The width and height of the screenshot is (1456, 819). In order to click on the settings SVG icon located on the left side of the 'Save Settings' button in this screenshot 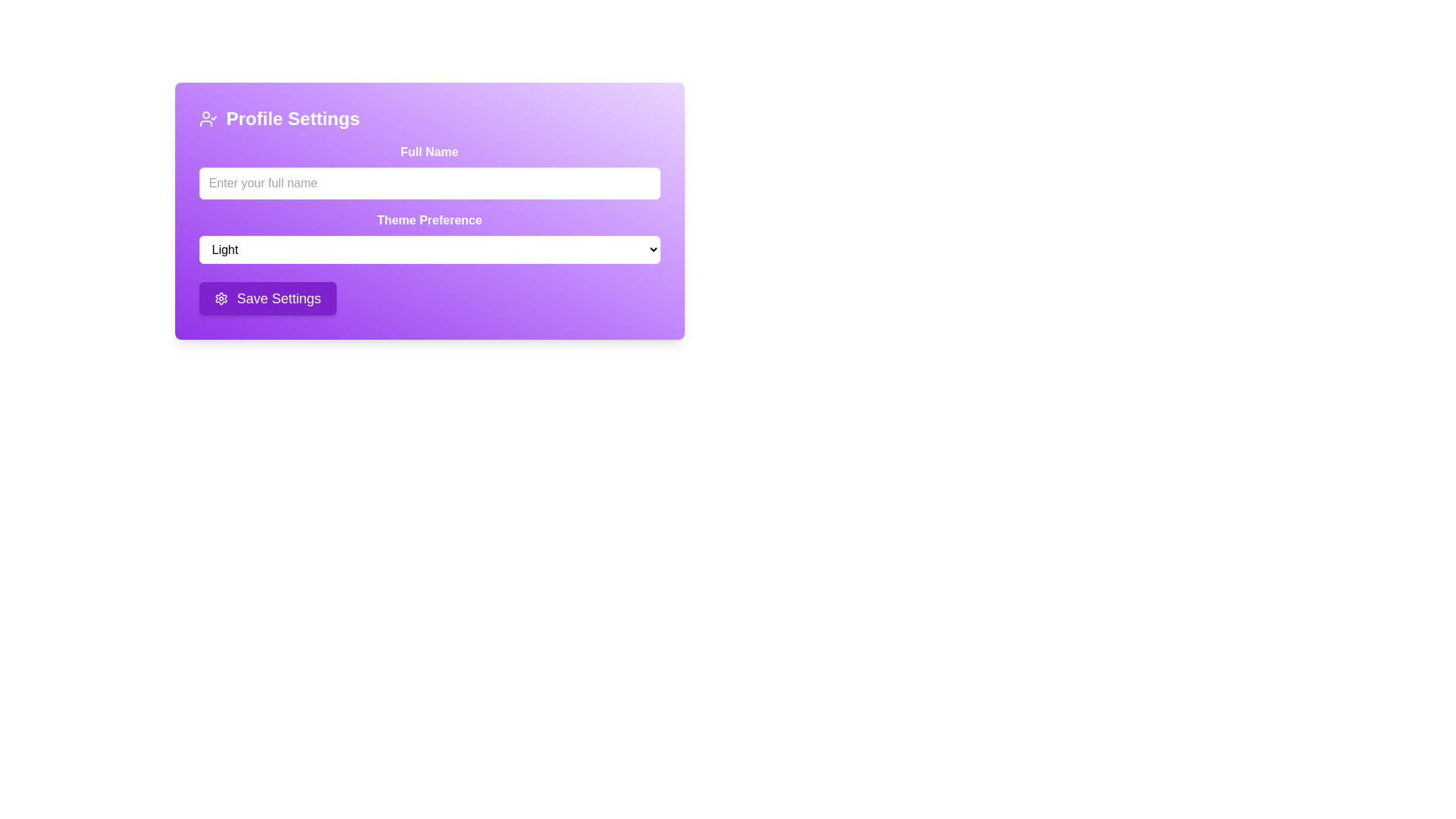, I will do `click(220, 298)`.